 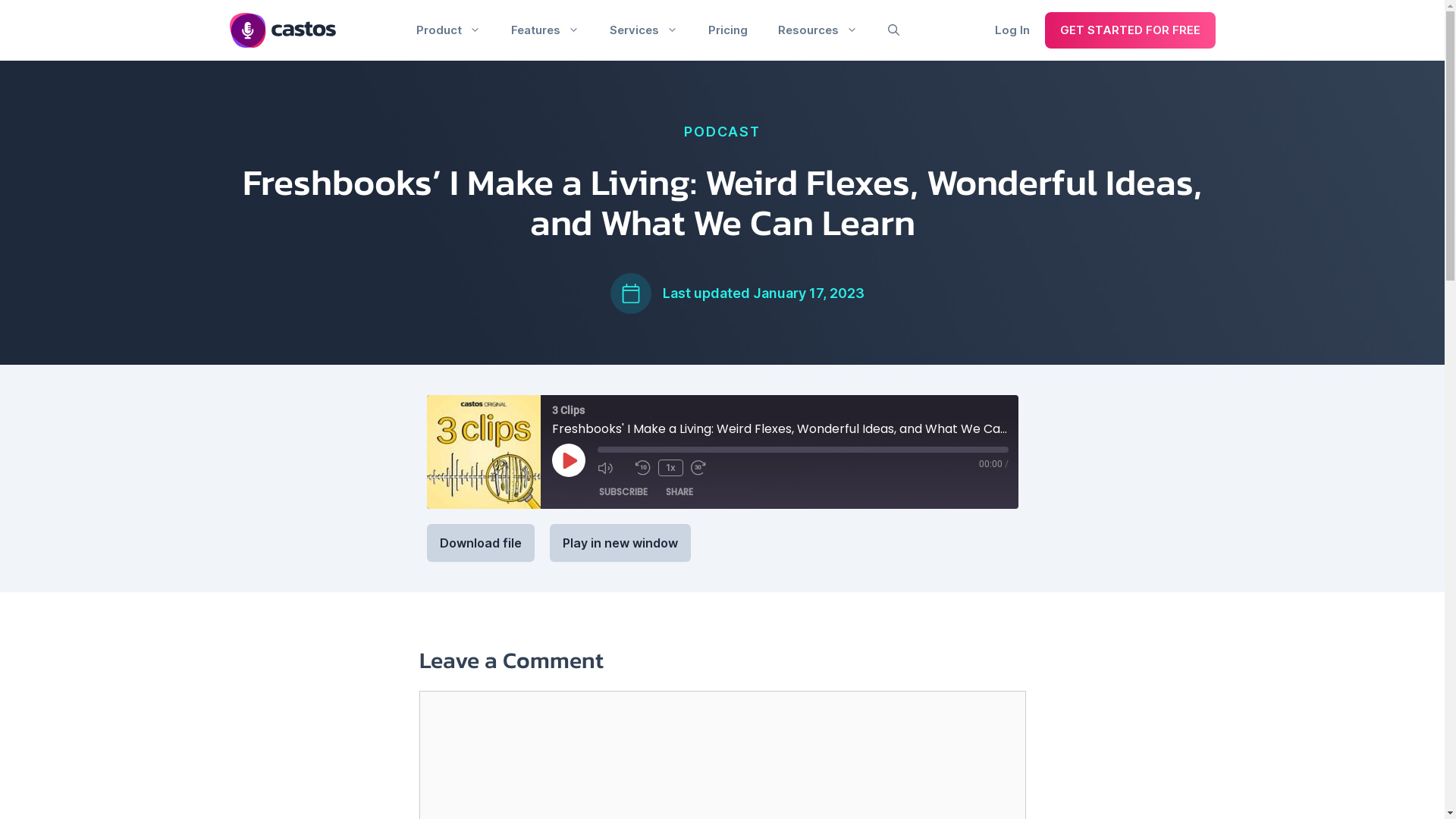 I want to click on 'SHARE', so click(x=679, y=491).